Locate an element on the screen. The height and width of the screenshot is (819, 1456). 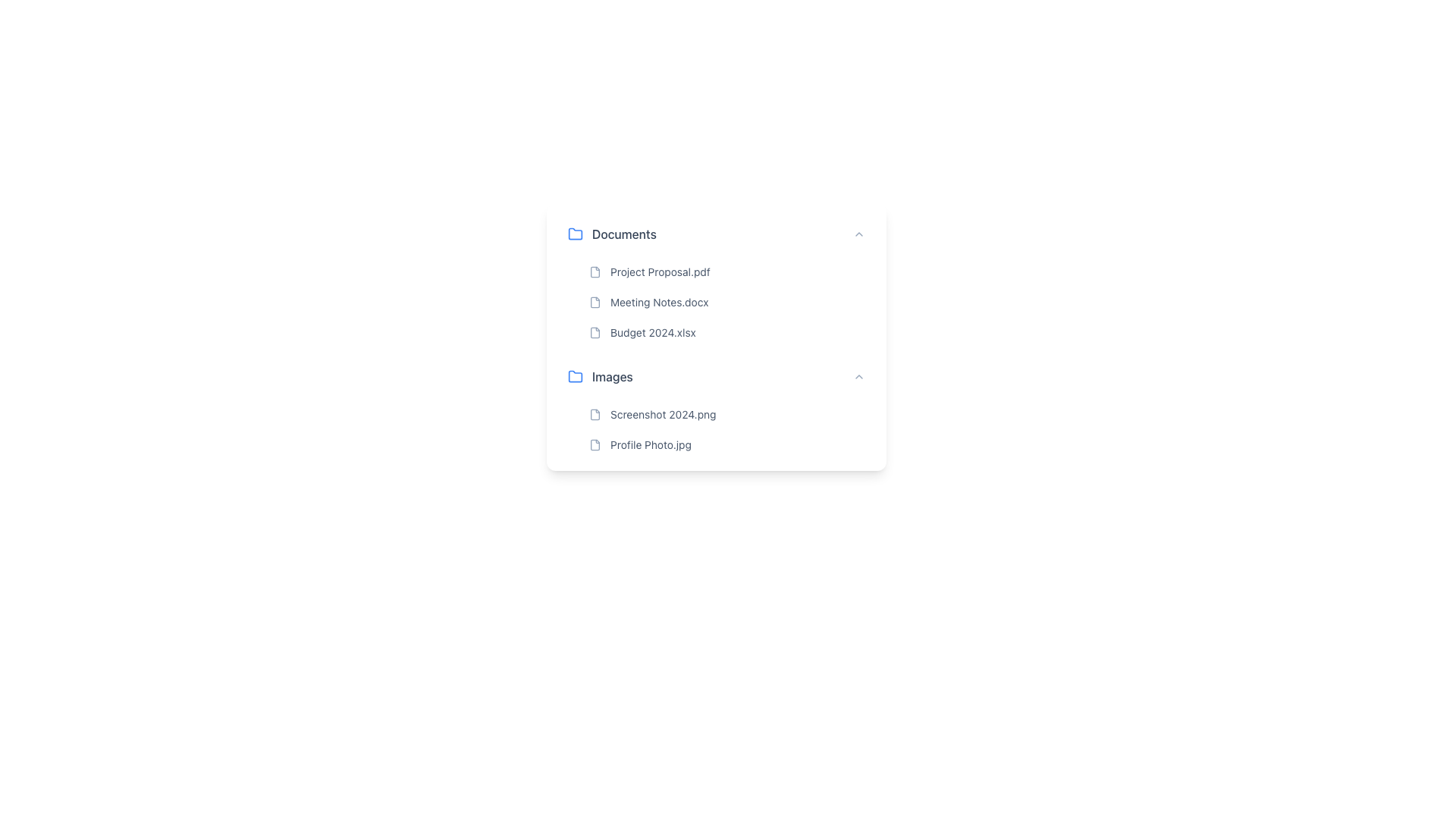
the document file icon representing 'Meeting Notes.docx', which is the first icon in the row aligned with the text in the 'Documents' section is located at coordinates (595, 302).